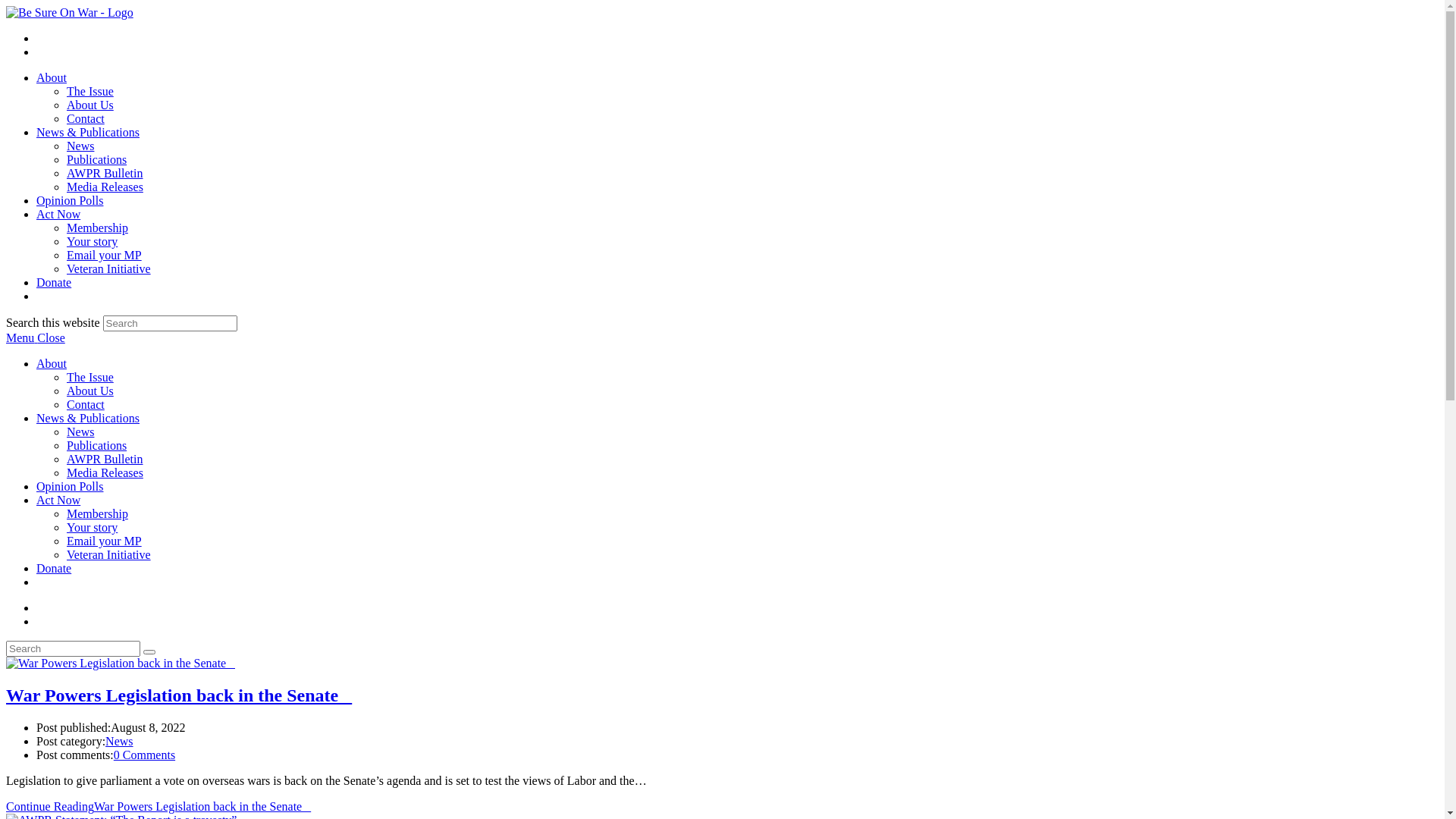  What do you see at coordinates (65, 403) in the screenshot?
I see `'Contact'` at bounding box center [65, 403].